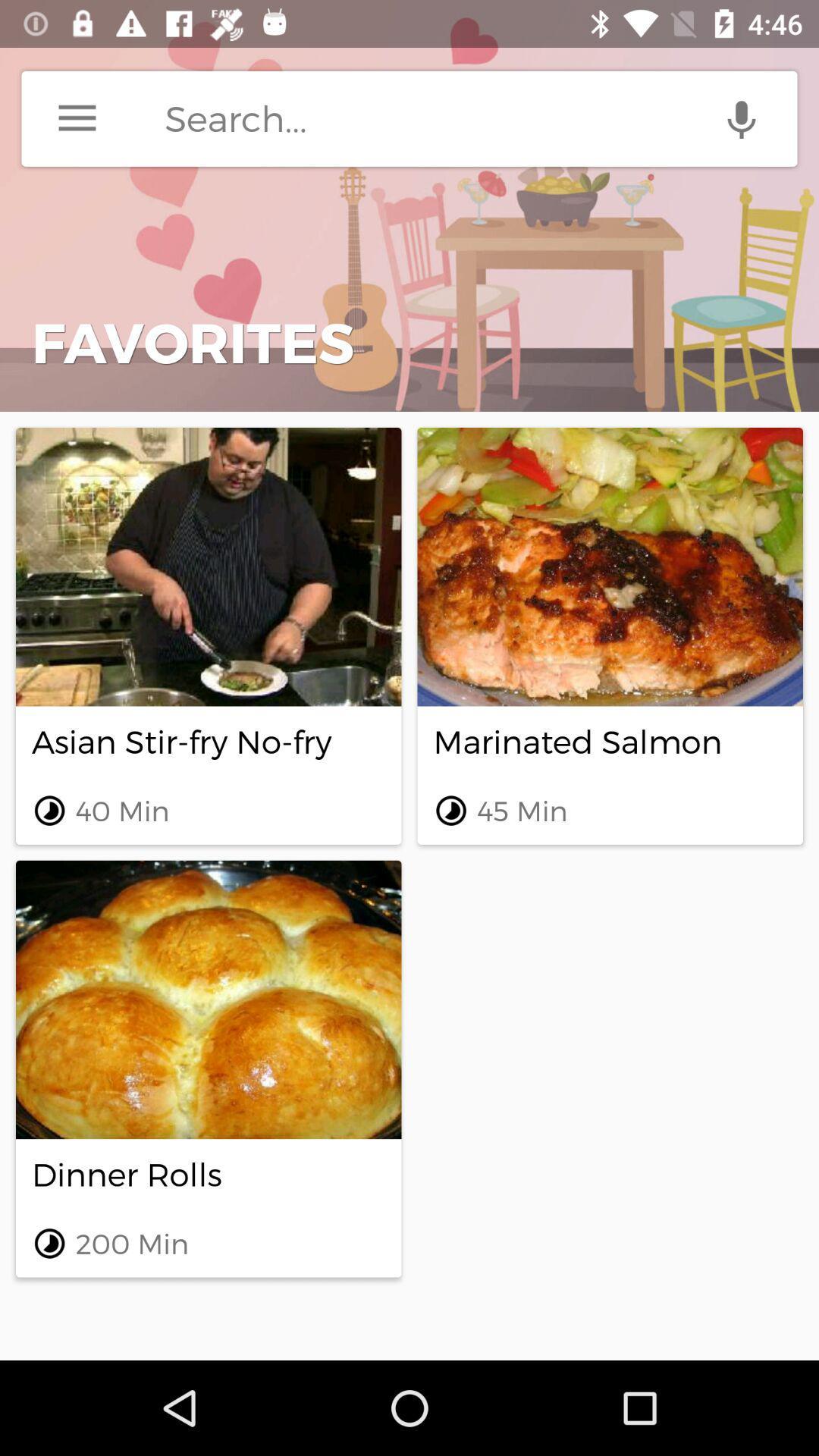 The height and width of the screenshot is (1456, 819). What do you see at coordinates (741, 118) in the screenshot?
I see `use voice enabled search option` at bounding box center [741, 118].